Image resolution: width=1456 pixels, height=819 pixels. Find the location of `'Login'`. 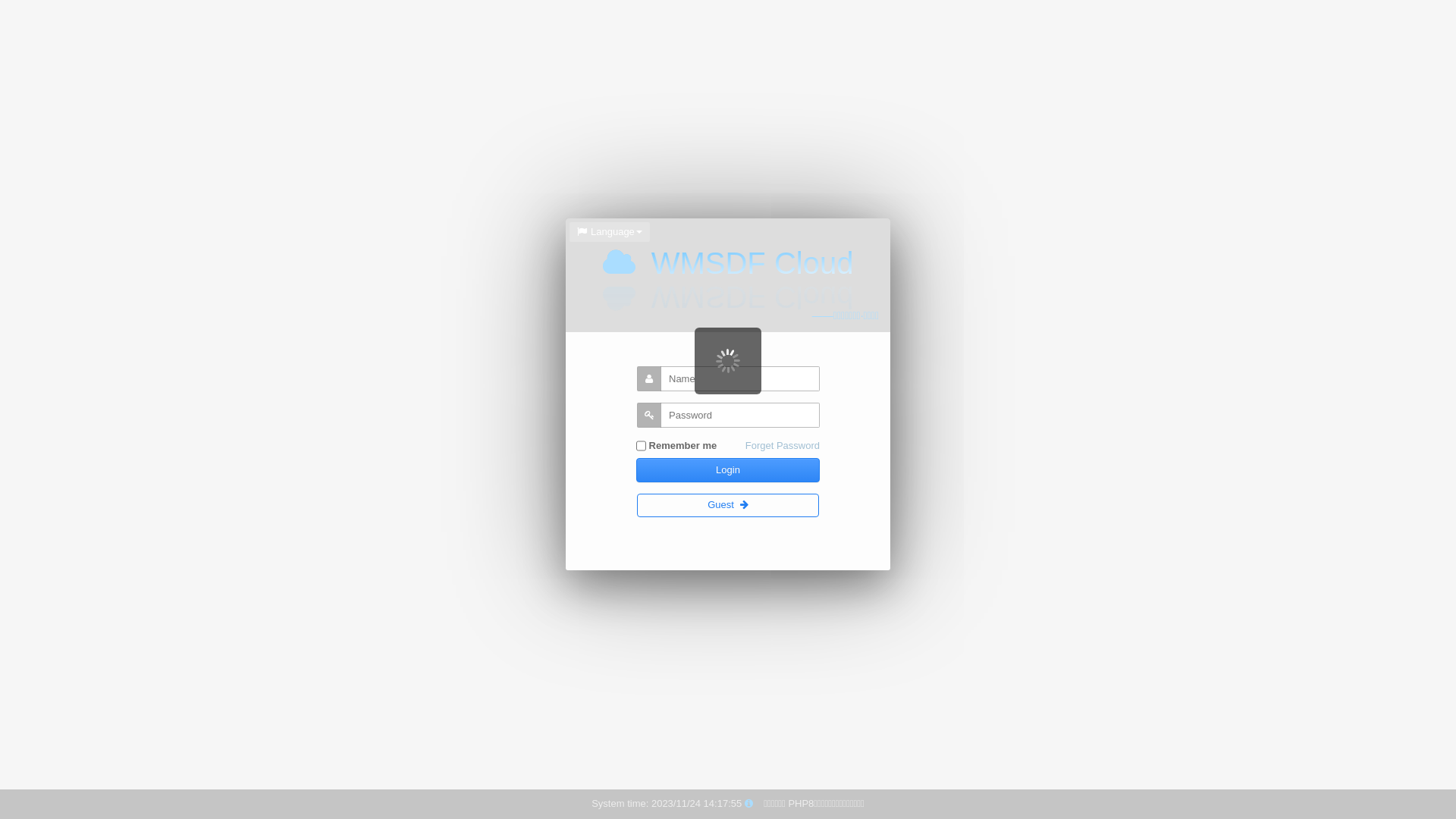

'Login' is located at coordinates (728, 469).